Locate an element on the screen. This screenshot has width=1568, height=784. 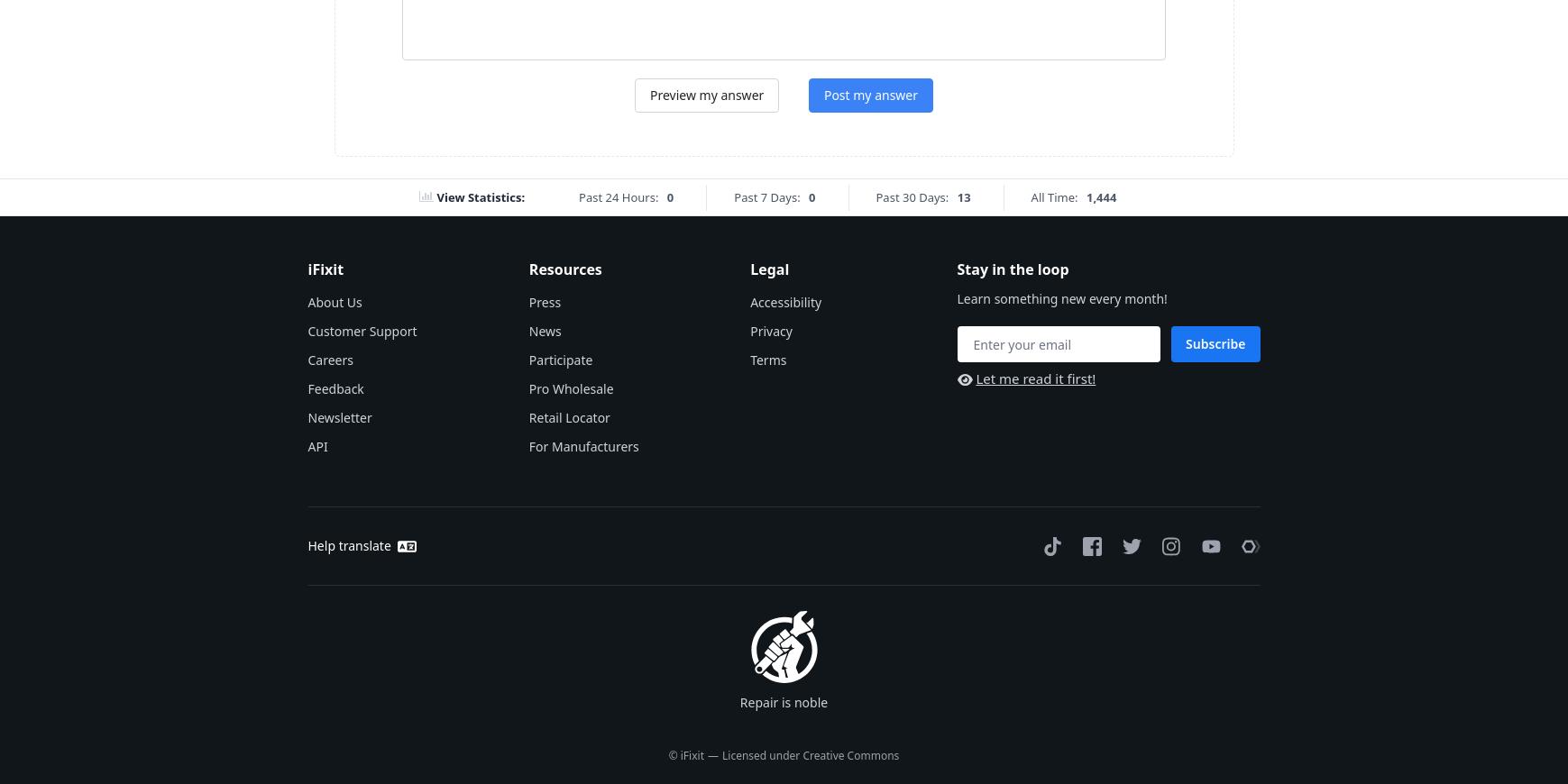
'All Time:' is located at coordinates (1052, 196).